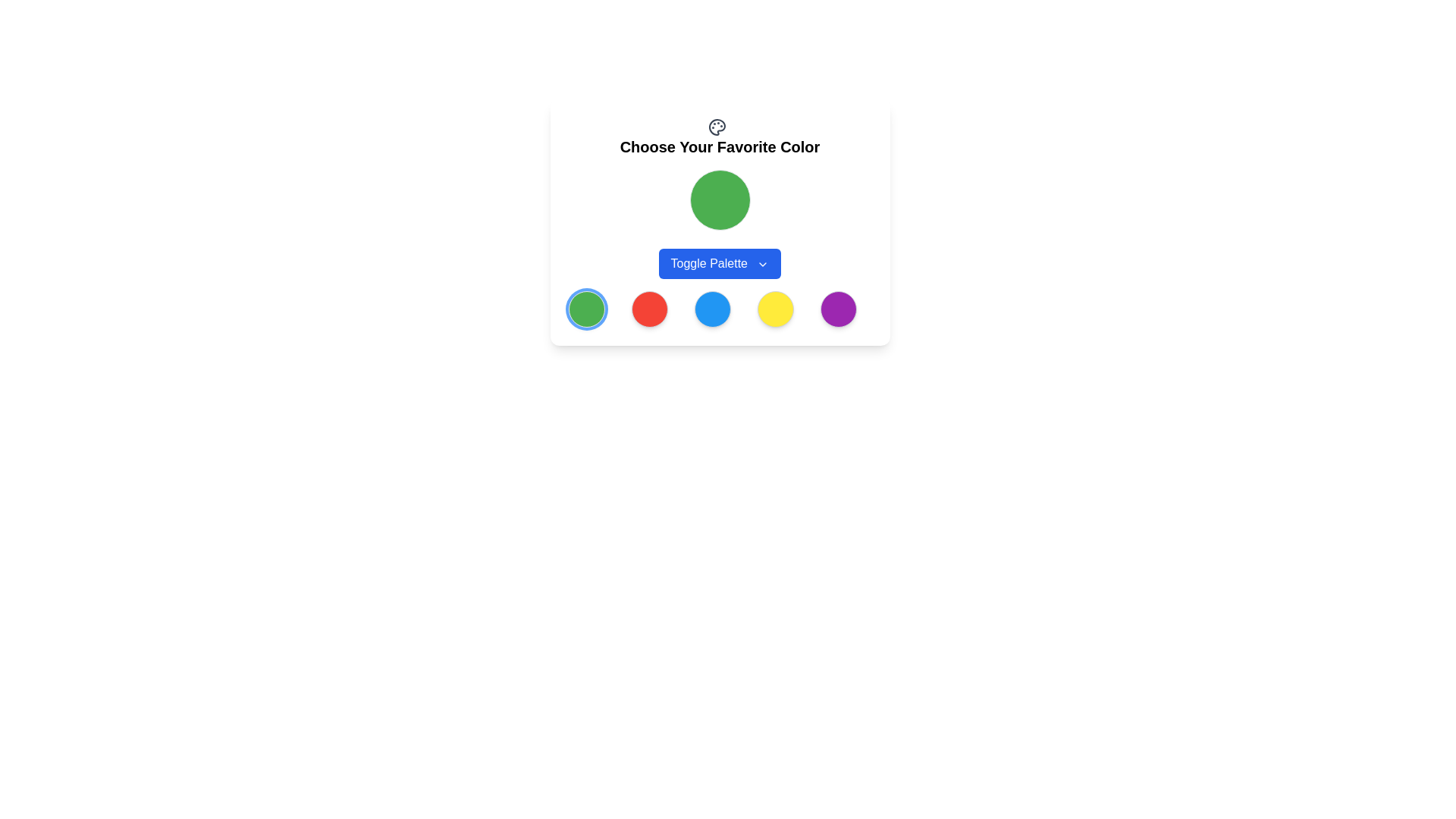 This screenshot has width=1456, height=819. What do you see at coordinates (719, 137) in the screenshot?
I see `the color palette icon located above the 'Choose Your Favorite Color' title for quick navigation` at bounding box center [719, 137].